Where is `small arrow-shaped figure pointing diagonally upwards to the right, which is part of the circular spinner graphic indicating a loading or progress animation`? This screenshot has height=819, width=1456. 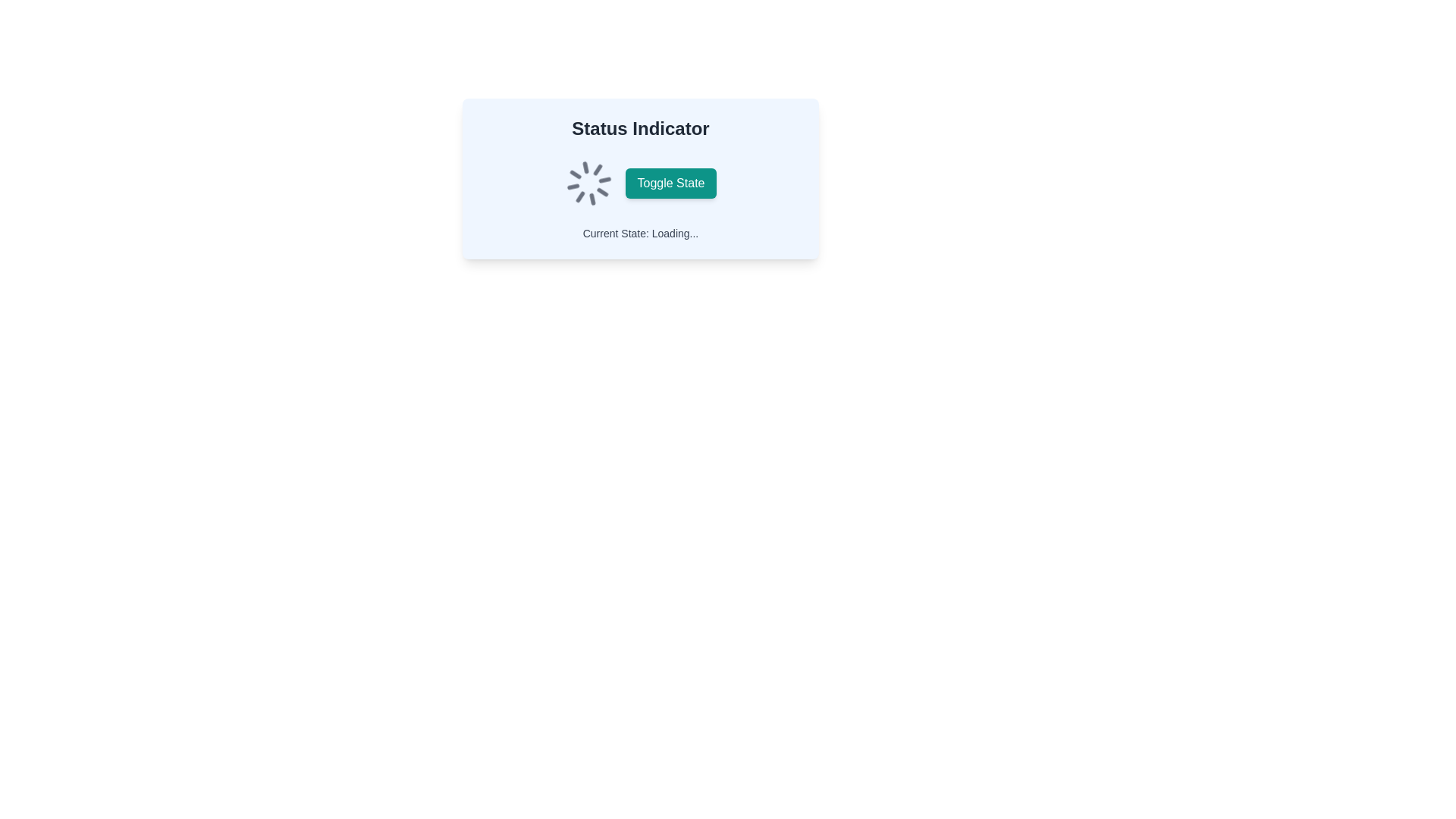
small arrow-shaped figure pointing diagonally upwards to the right, which is part of the circular spinner graphic indicating a loading or progress animation is located at coordinates (580, 196).